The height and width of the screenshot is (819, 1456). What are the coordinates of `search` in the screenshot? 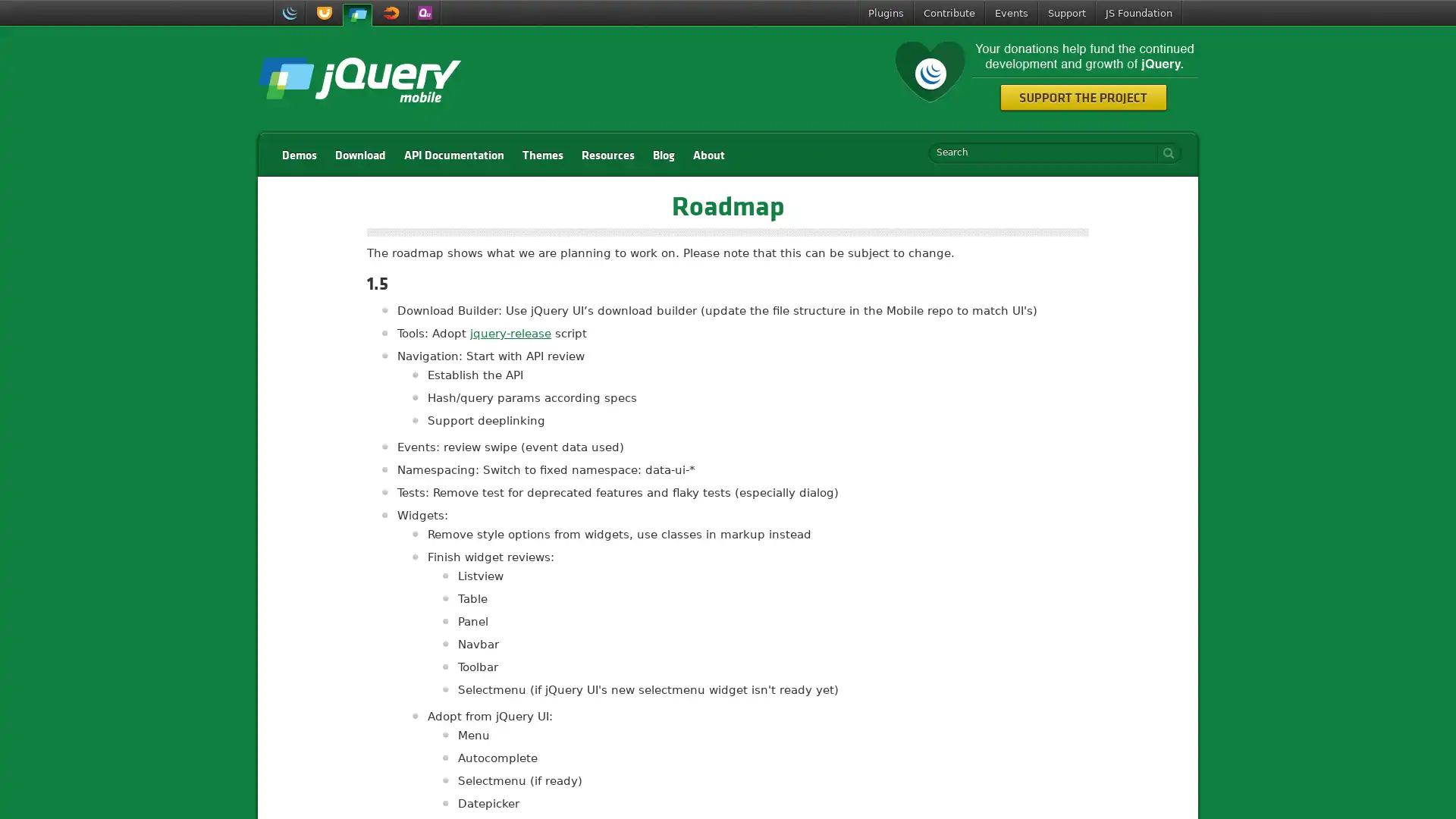 It's located at (1164, 152).